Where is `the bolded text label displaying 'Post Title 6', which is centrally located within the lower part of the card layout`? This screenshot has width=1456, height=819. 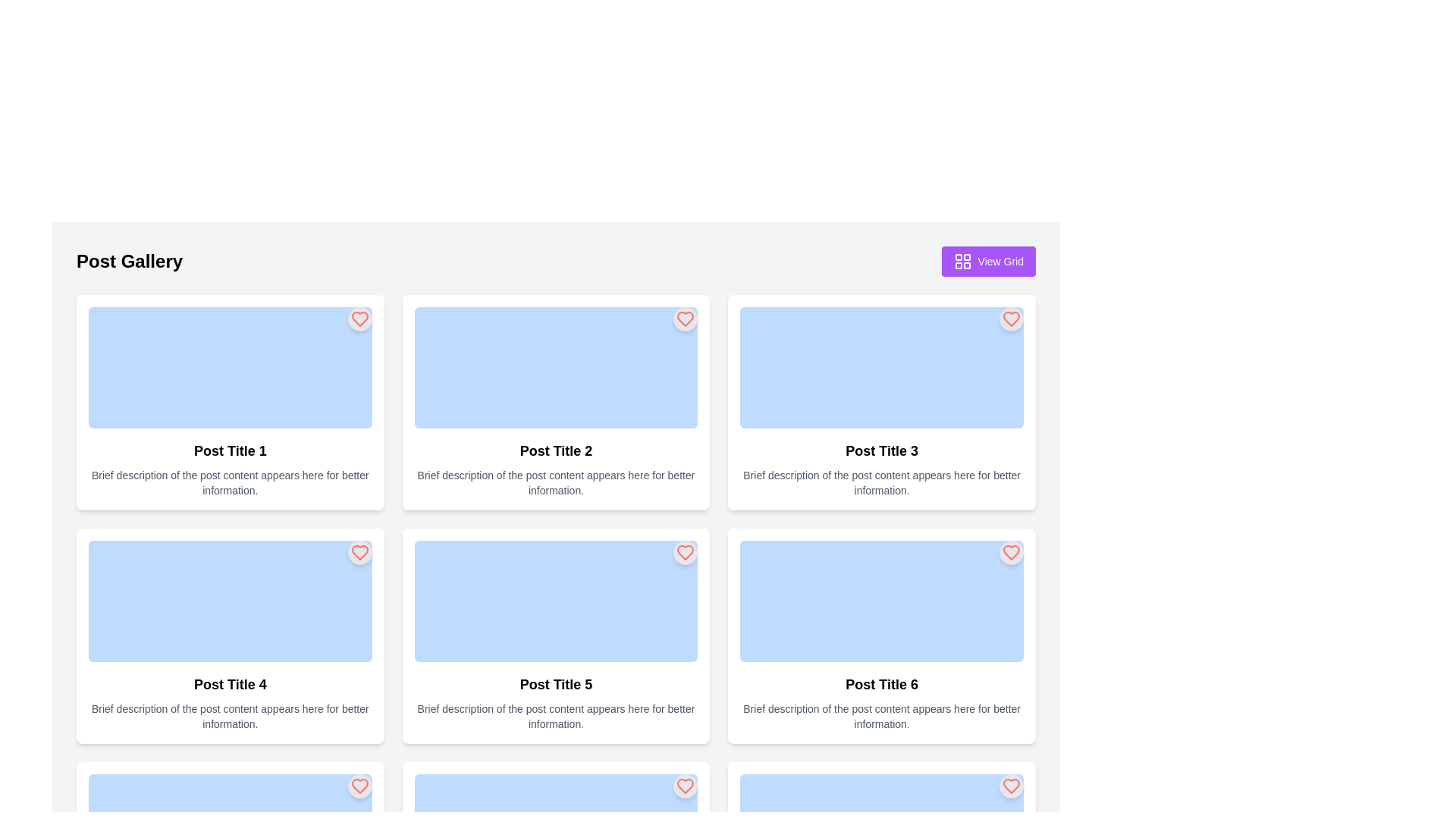 the bolded text label displaying 'Post Title 6', which is centrally located within the lower part of the card layout is located at coordinates (882, 684).